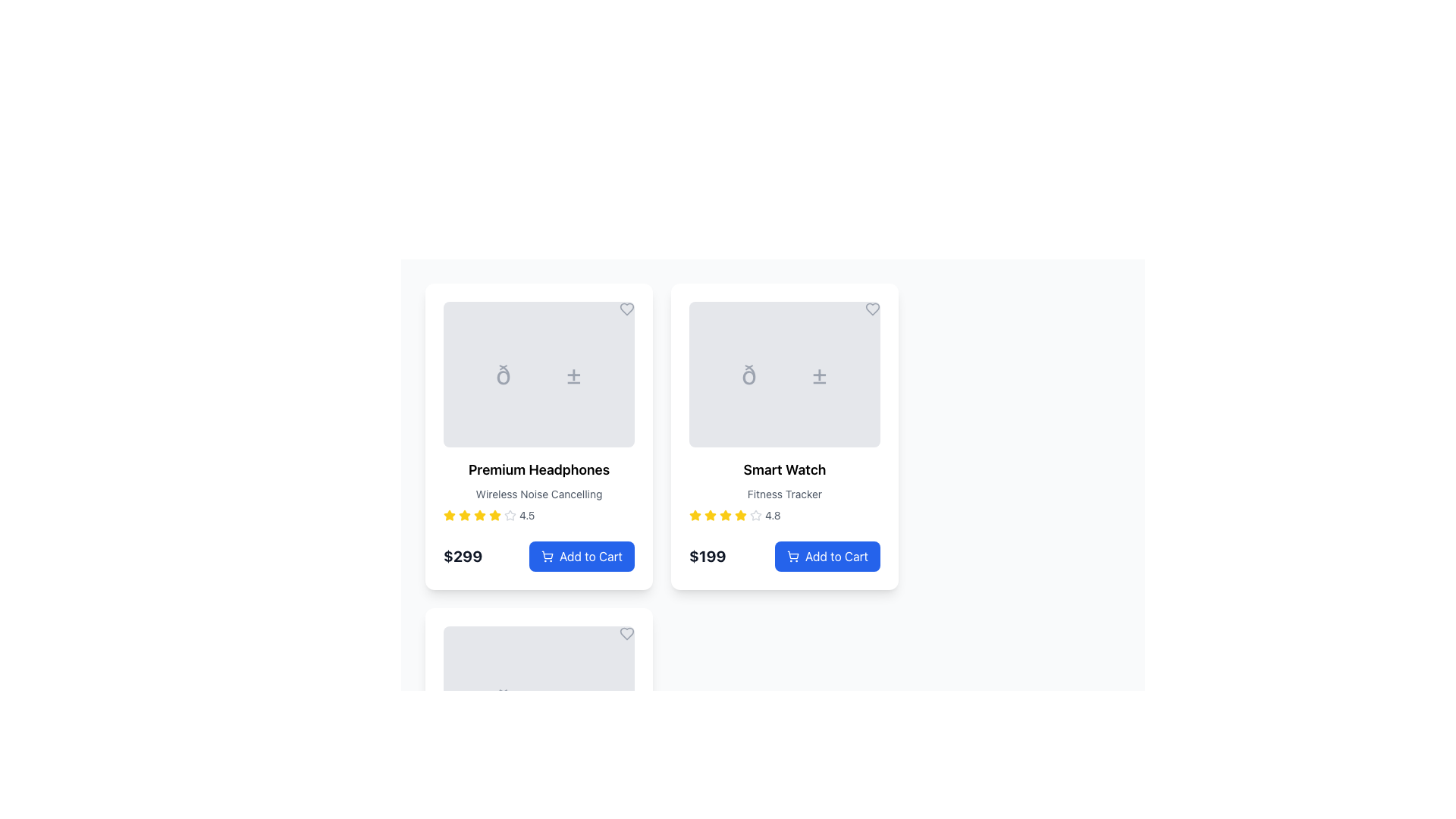 This screenshot has height=819, width=1456. I want to click on the heart-shaped icon with a thin gray outline in the top-right corner of the bottom-left card to mark it as a favorite, so click(626, 634).